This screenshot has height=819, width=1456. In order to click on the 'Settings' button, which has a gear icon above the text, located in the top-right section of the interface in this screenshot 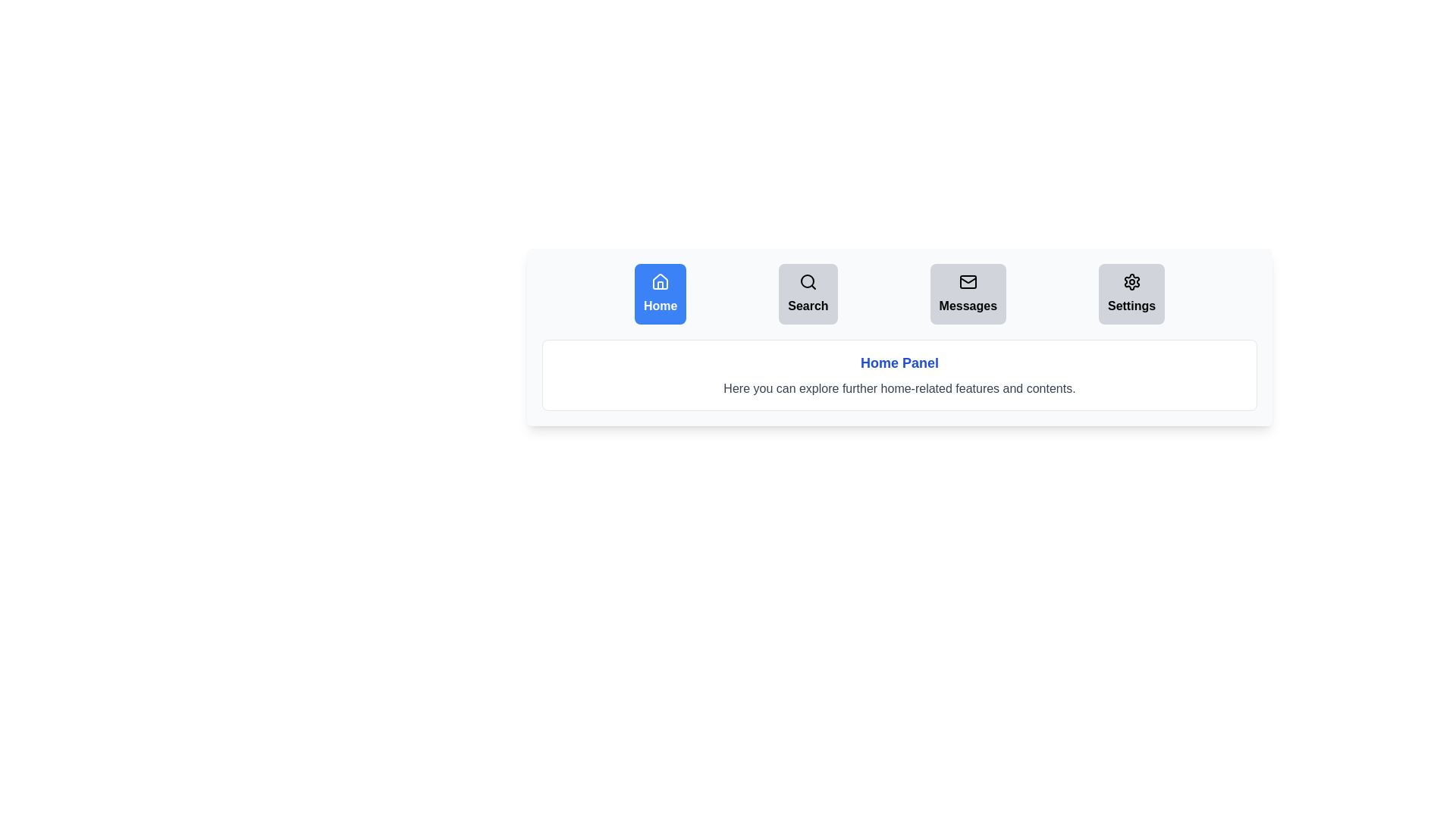, I will do `click(1131, 294)`.